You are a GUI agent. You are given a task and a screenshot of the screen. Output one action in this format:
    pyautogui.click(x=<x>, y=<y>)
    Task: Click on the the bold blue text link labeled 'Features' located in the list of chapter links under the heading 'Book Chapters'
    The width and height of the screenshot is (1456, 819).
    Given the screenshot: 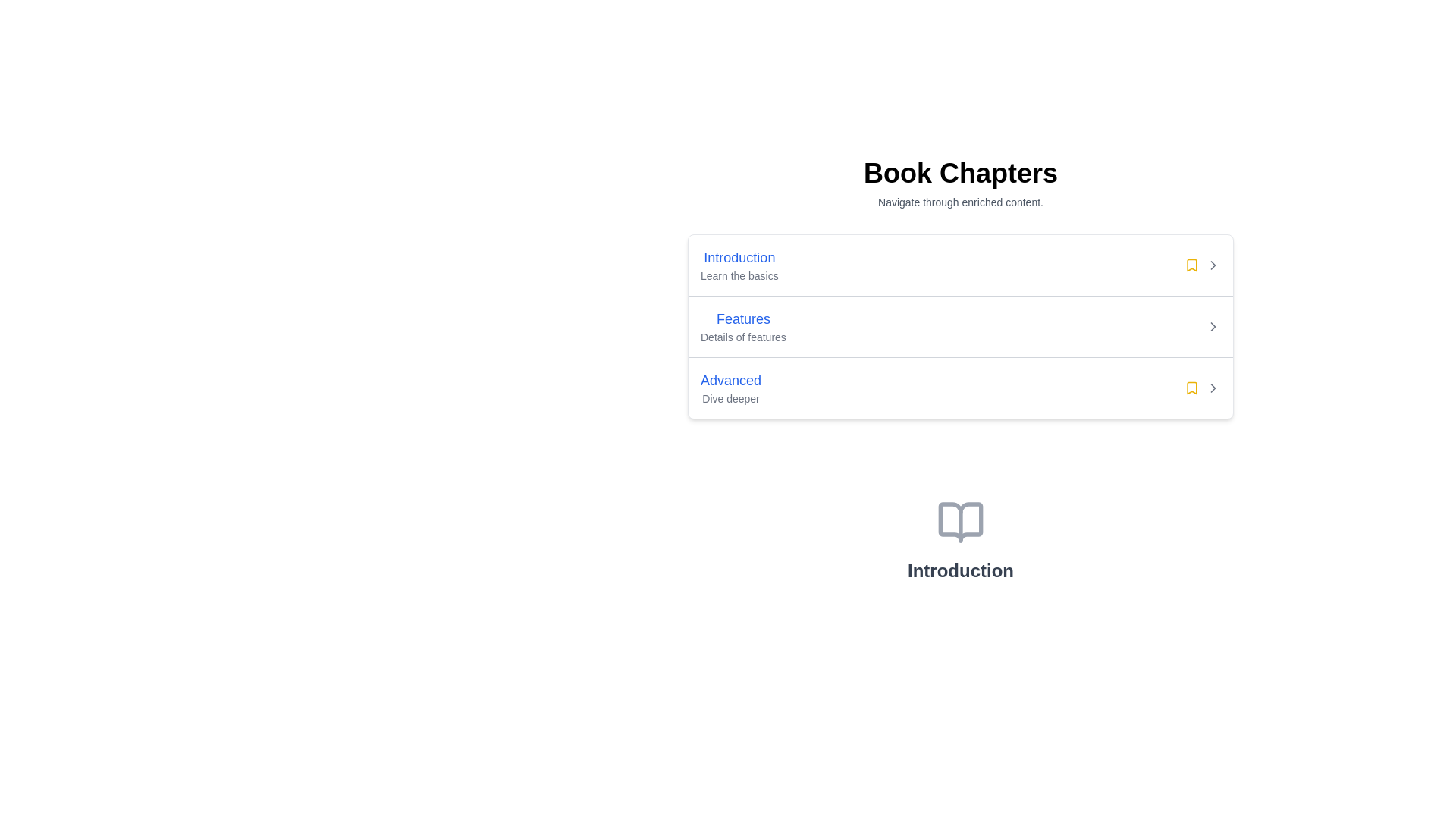 What is the action you would take?
    pyautogui.click(x=743, y=318)
    